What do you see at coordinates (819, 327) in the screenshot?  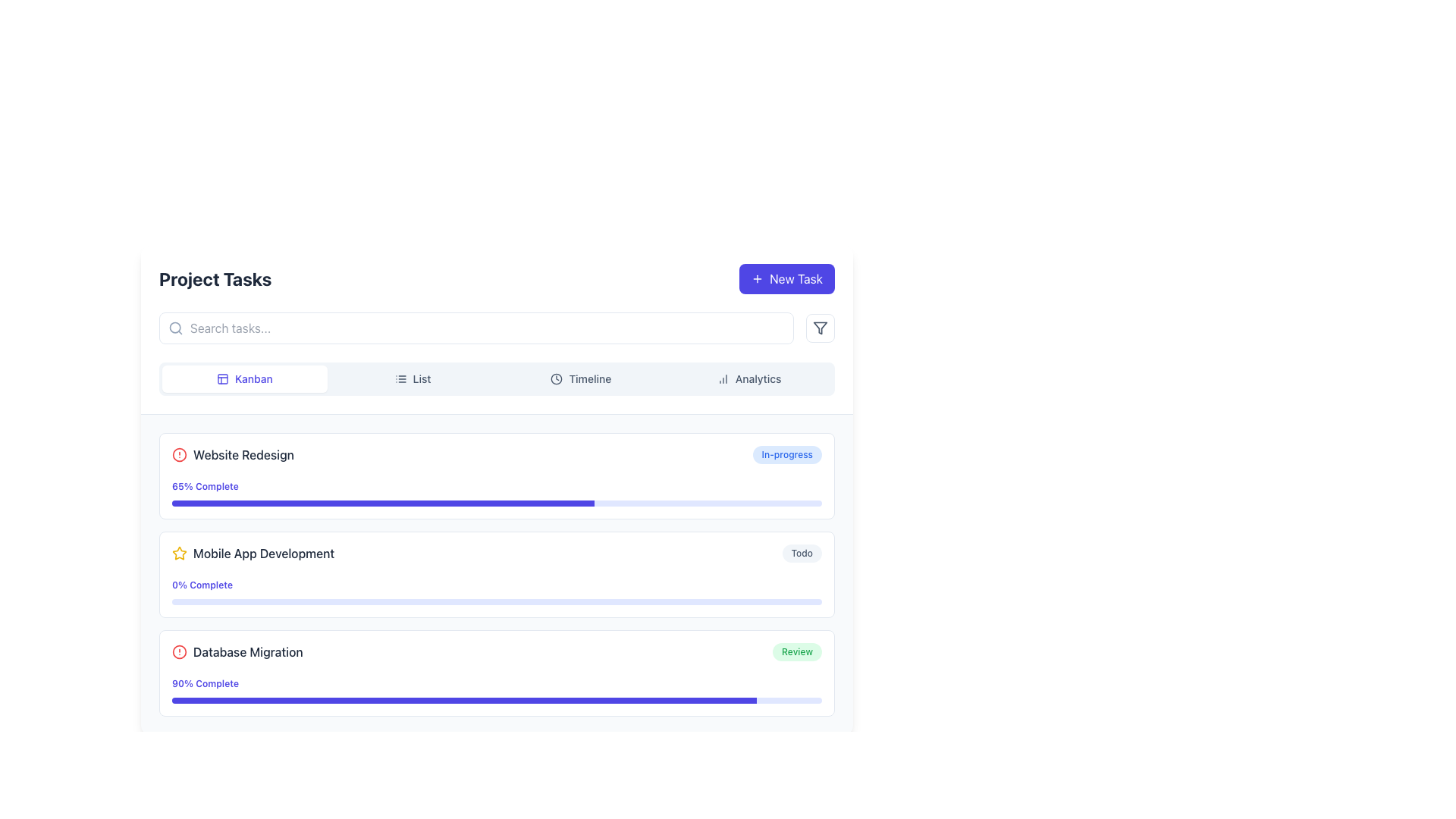 I see `the filter icon located in the top-right corner of the interface` at bounding box center [819, 327].